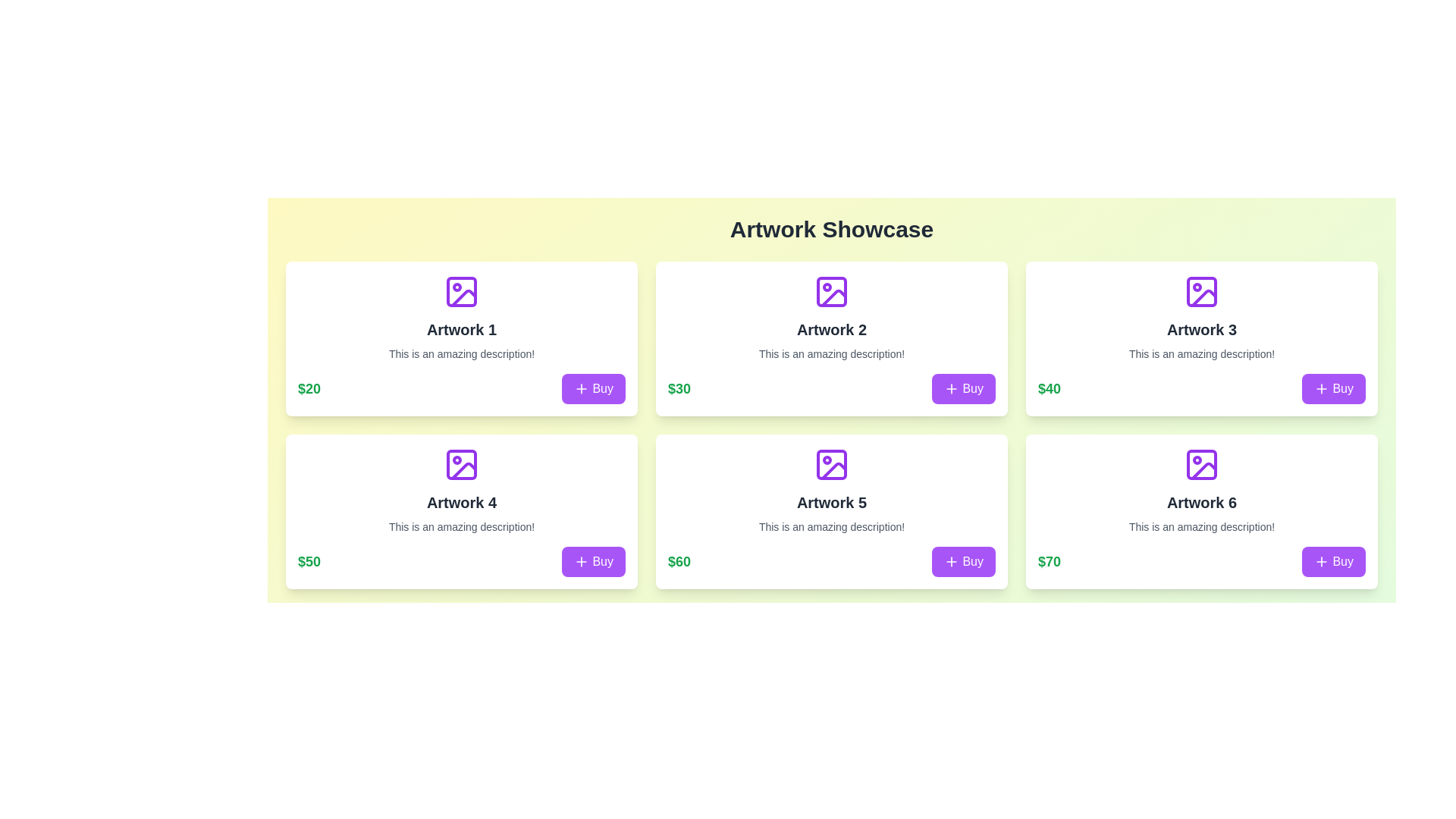 The image size is (1456, 819). I want to click on the Header text element located at the top-center of the page, which serves as the title for the artwork showcase, so click(831, 230).